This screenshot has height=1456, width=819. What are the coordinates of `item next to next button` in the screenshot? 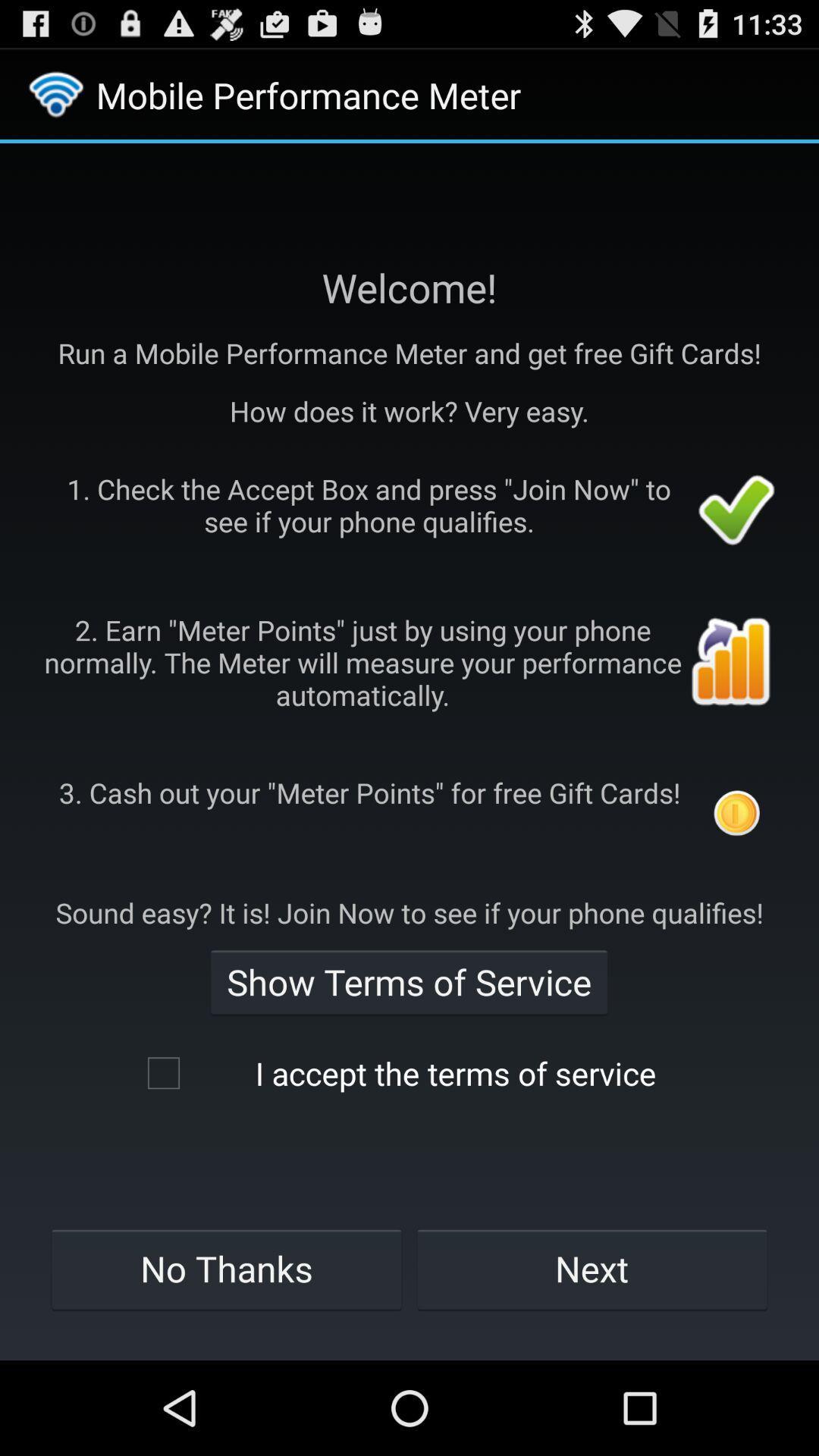 It's located at (226, 1269).